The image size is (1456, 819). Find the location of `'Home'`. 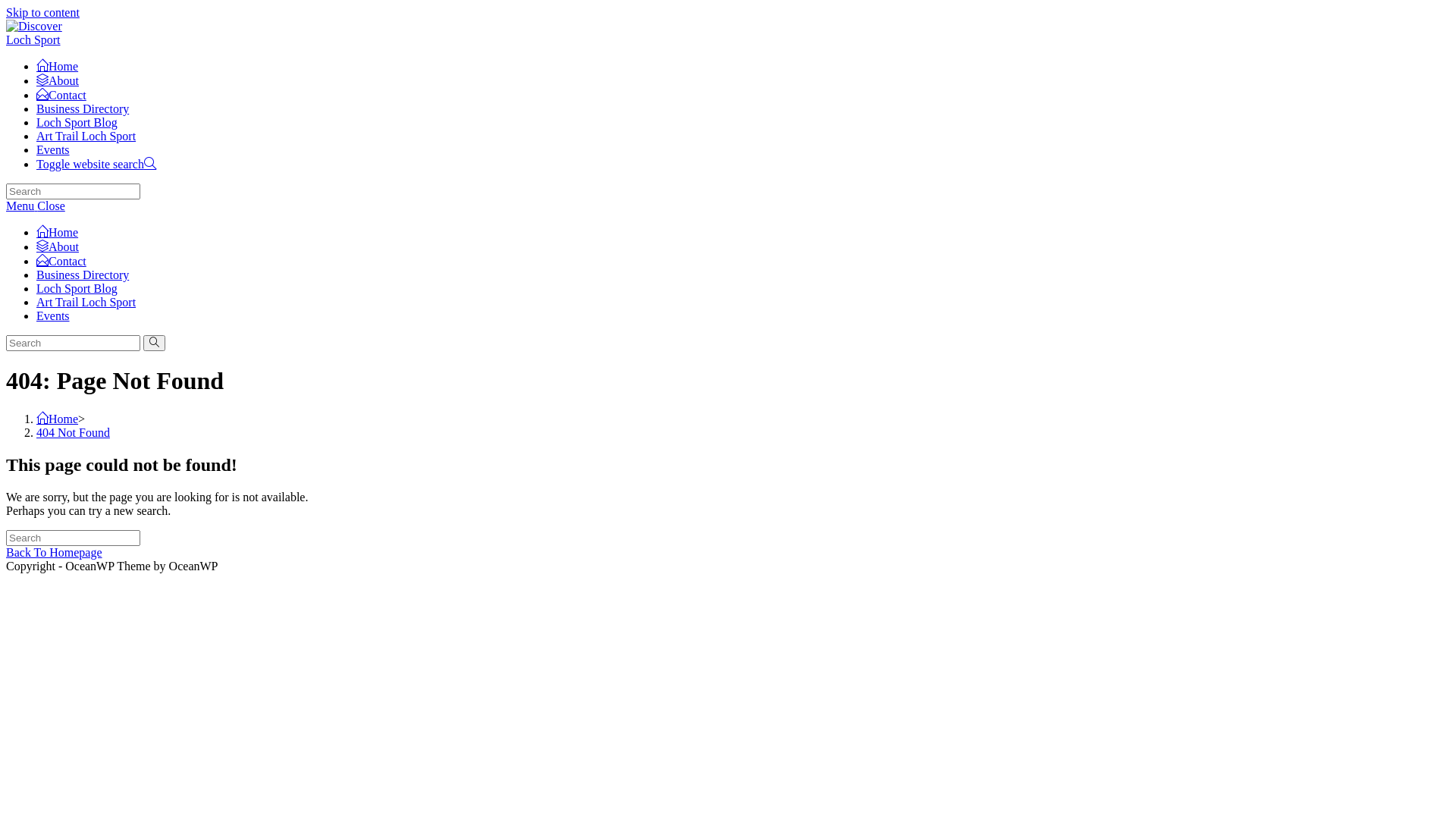

'Home' is located at coordinates (57, 419).